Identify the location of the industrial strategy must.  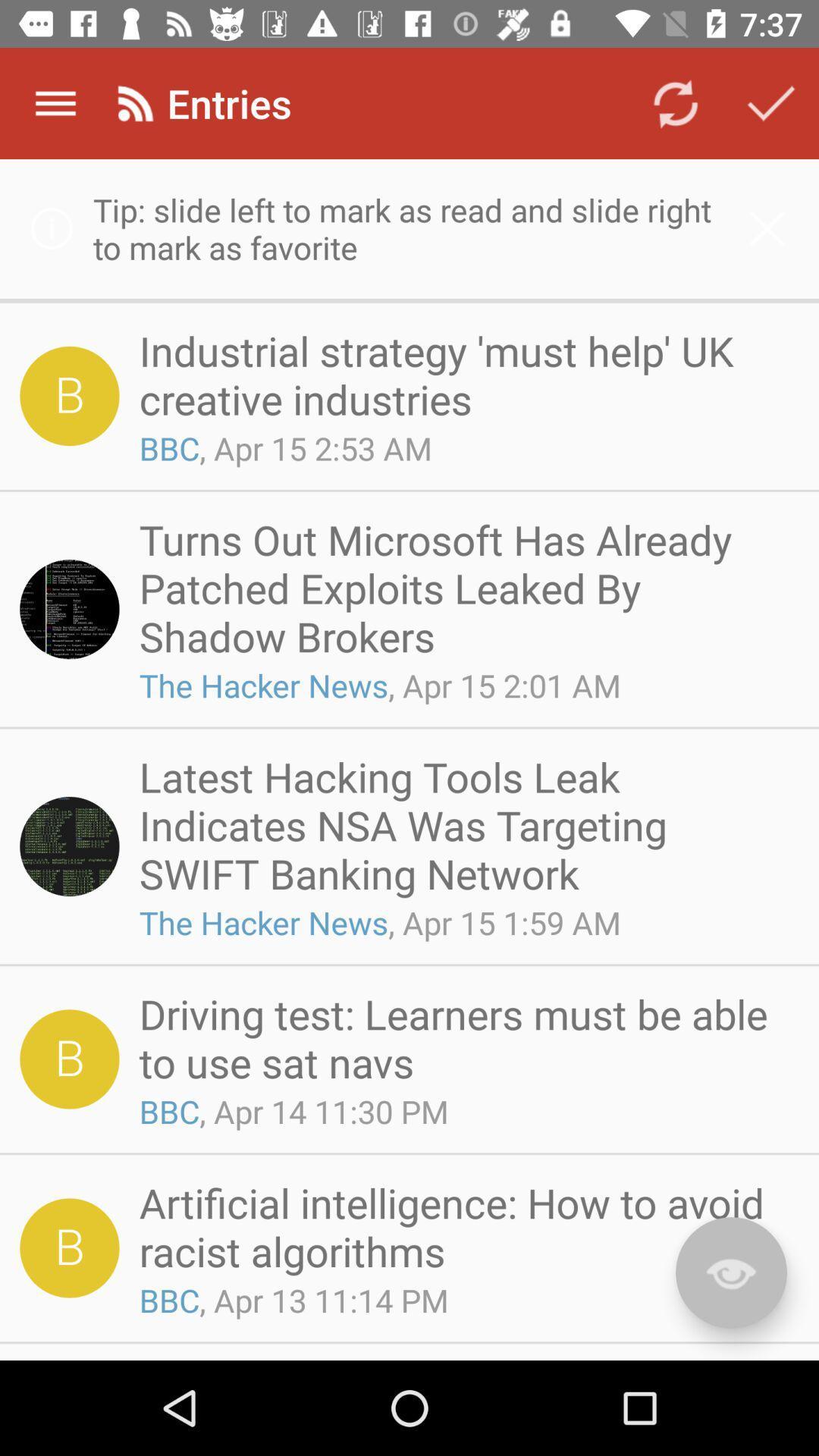
(463, 375).